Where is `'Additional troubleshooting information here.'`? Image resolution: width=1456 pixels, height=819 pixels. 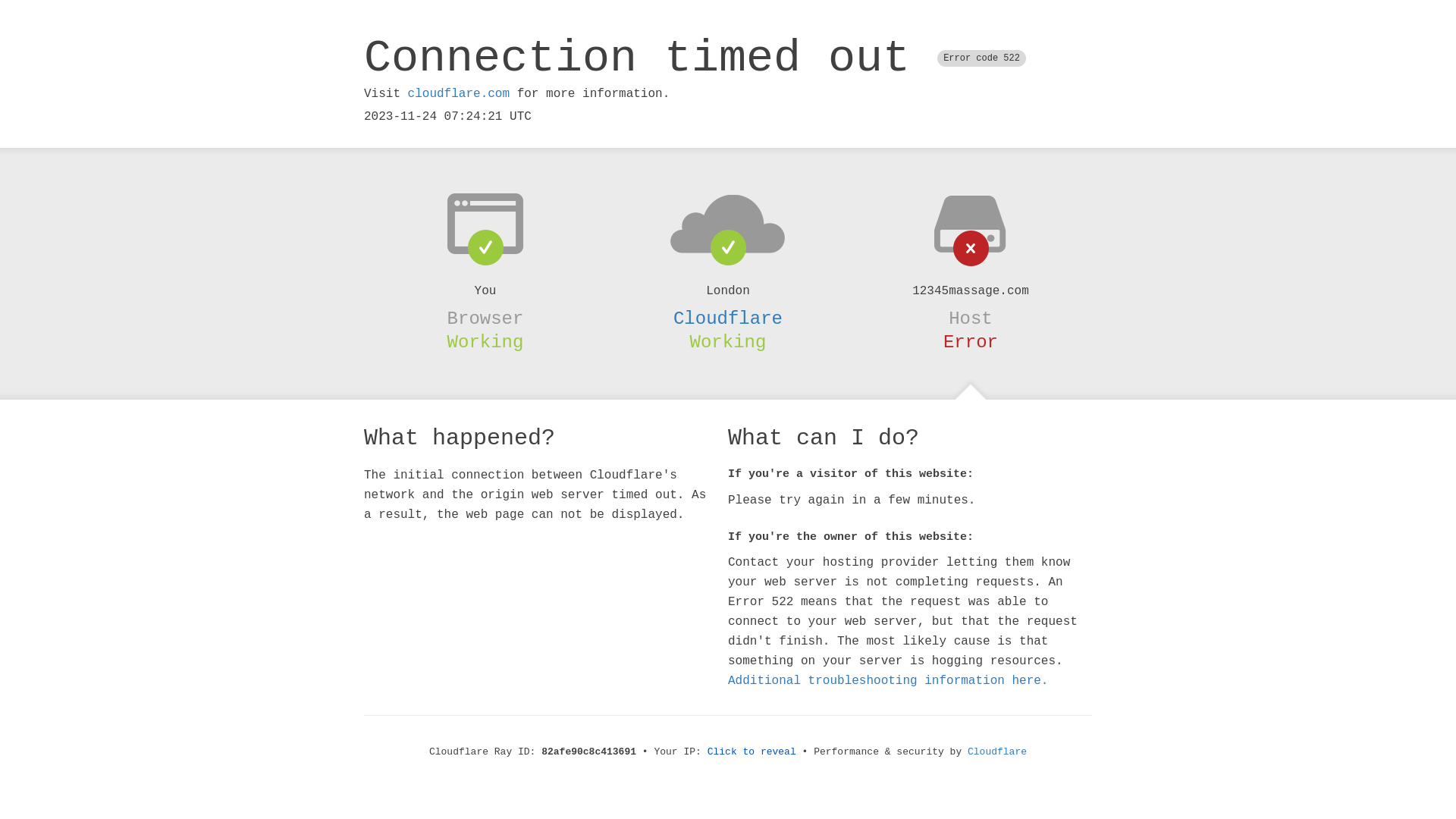 'Additional troubleshooting information here.' is located at coordinates (888, 680).